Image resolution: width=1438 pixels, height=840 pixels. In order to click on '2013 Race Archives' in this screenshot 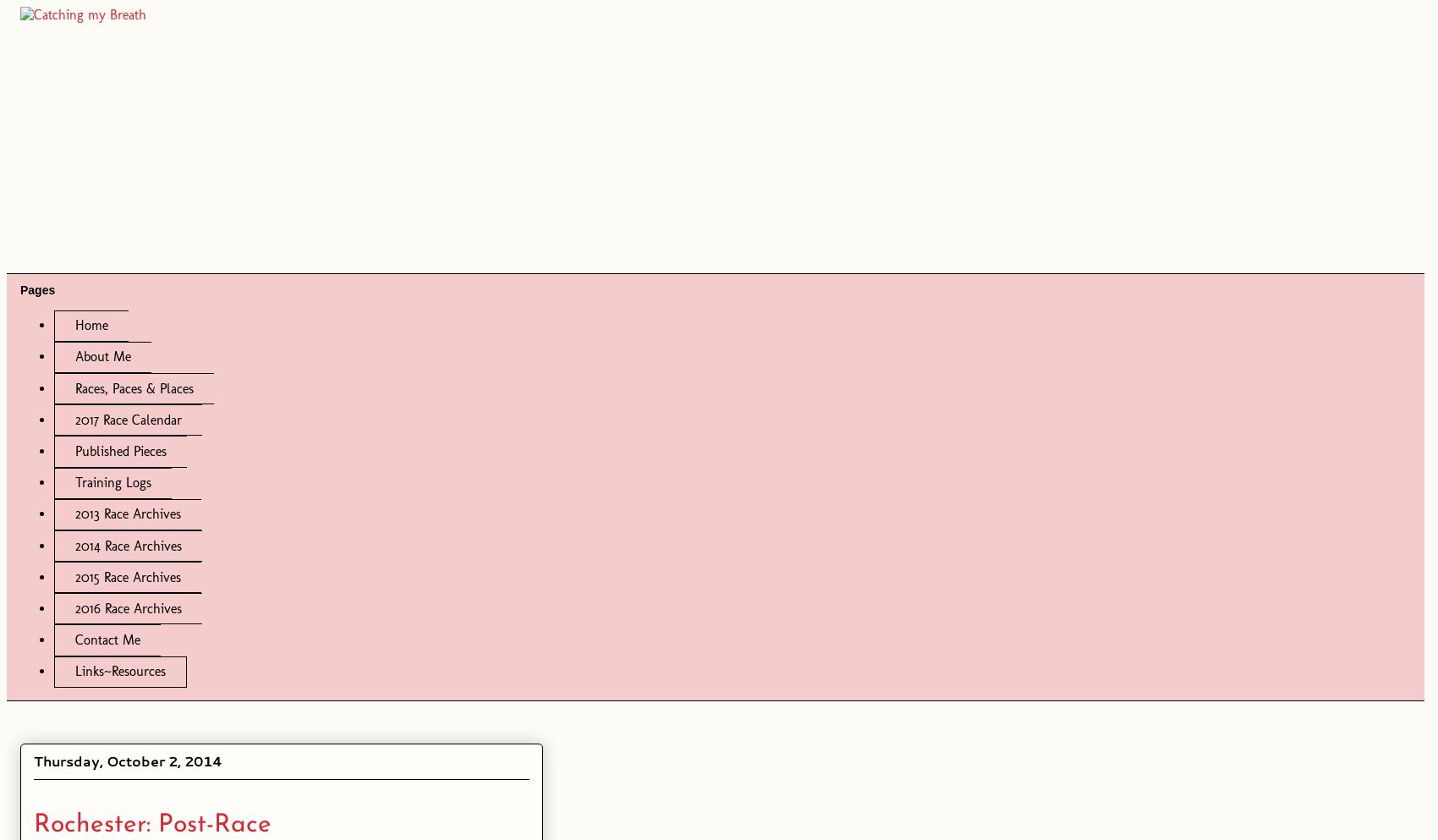, I will do `click(75, 513)`.